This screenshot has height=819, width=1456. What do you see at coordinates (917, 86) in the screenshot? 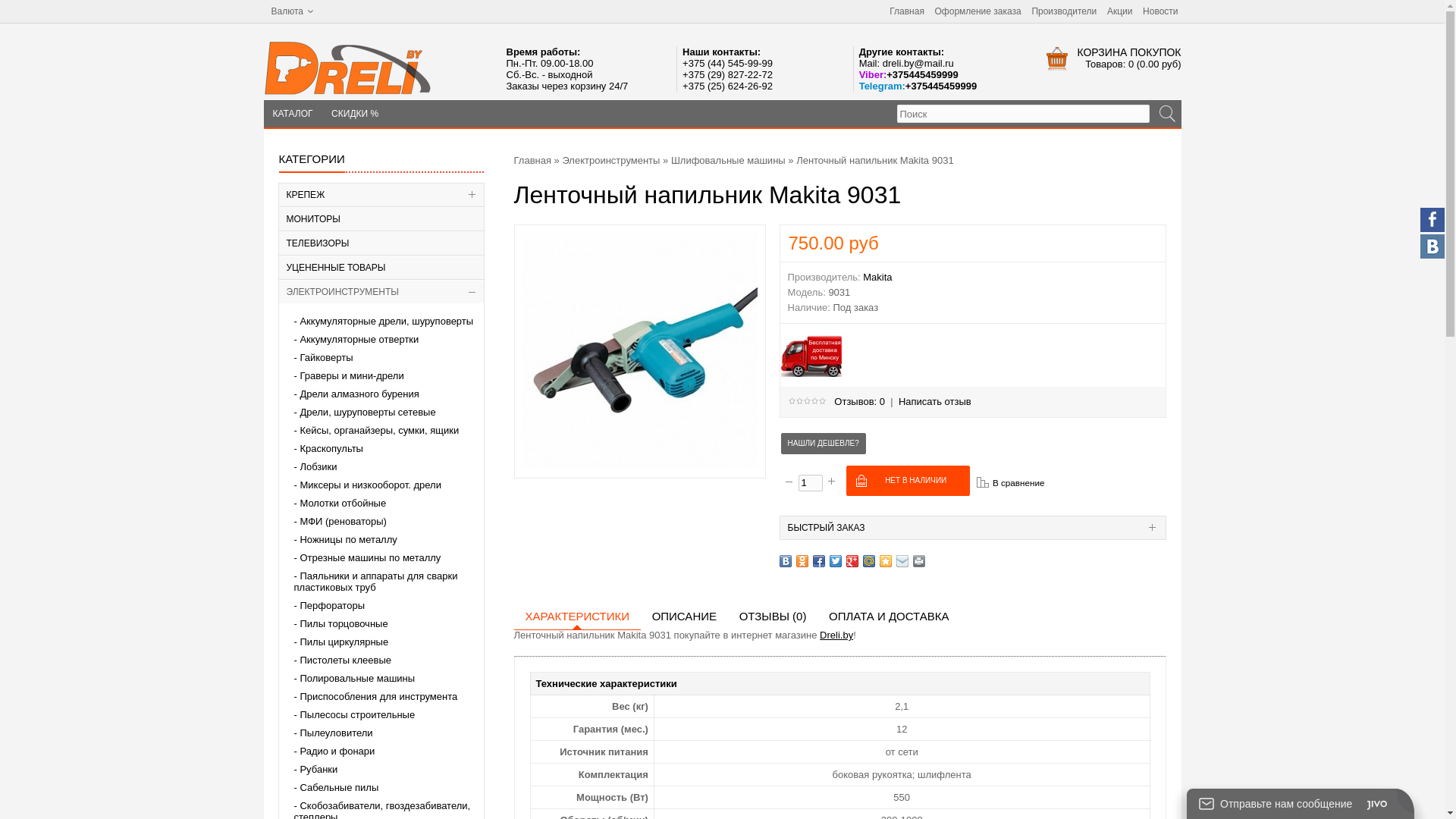
I see `'Telegram:+375445459999'` at bounding box center [917, 86].